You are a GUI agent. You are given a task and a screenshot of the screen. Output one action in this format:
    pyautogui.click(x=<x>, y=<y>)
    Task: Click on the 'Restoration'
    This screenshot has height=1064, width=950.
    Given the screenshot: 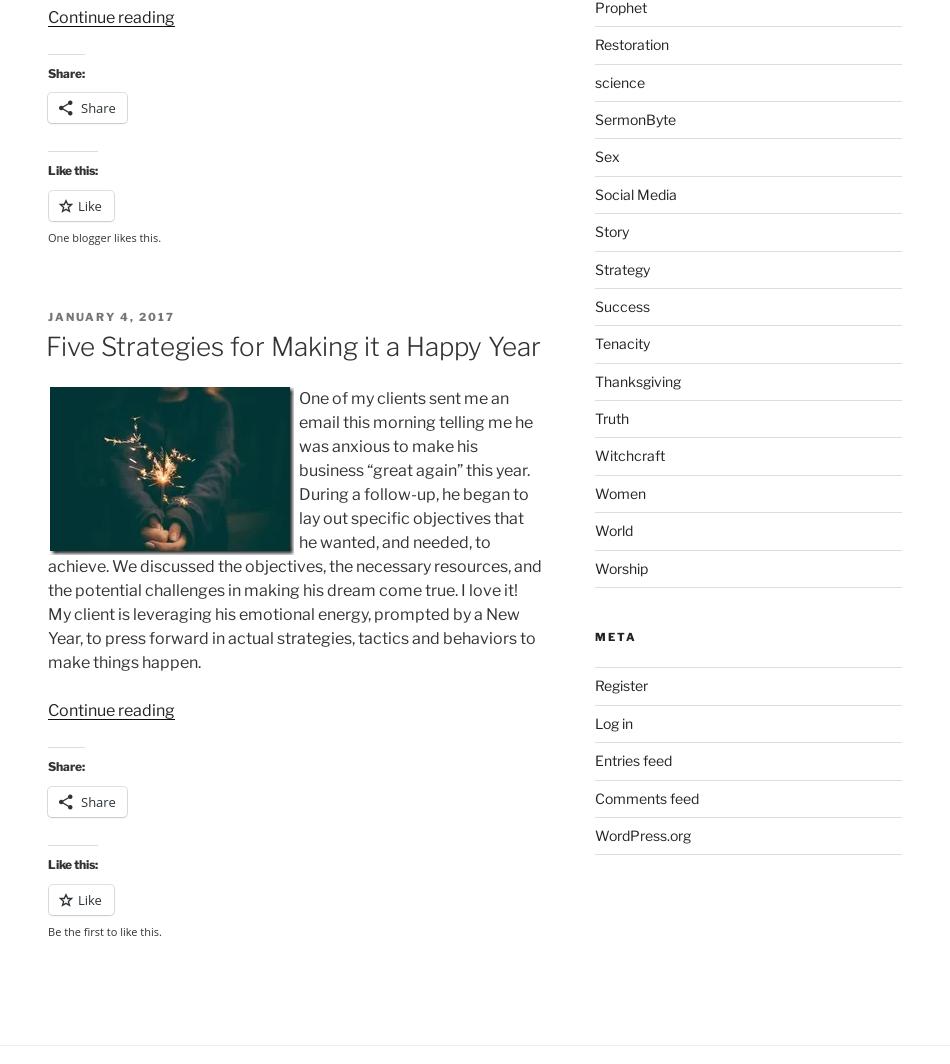 What is the action you would take?
    pyautogui.click(x=594, y=44)
    